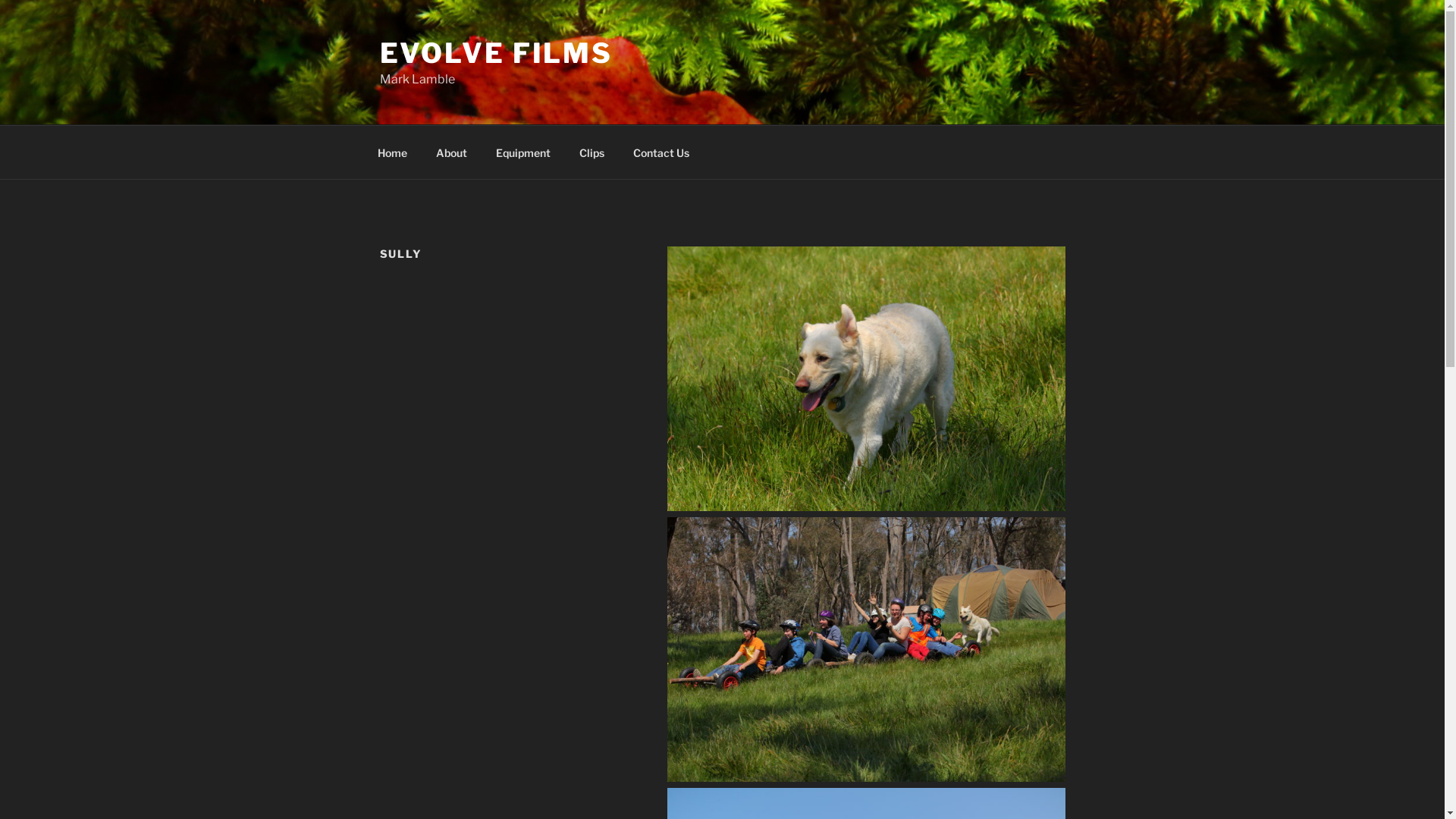  What do you see at coordinates (661, 152) in the screenshot?
I see `'Contact Us'` at bounding box center [661, 152].